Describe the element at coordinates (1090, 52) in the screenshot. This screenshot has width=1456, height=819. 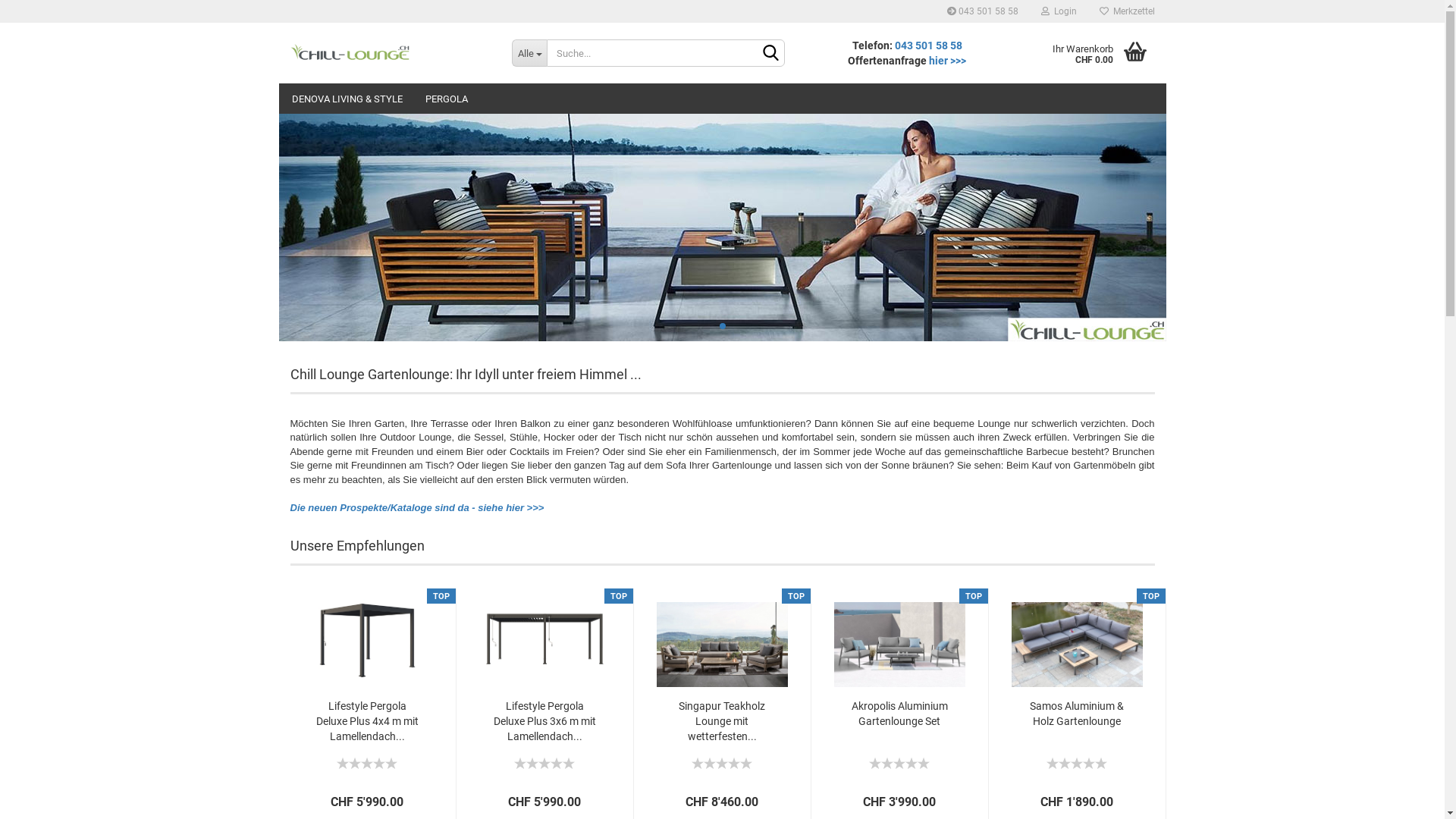
I see `'Ihr Warenkorb` at that location.